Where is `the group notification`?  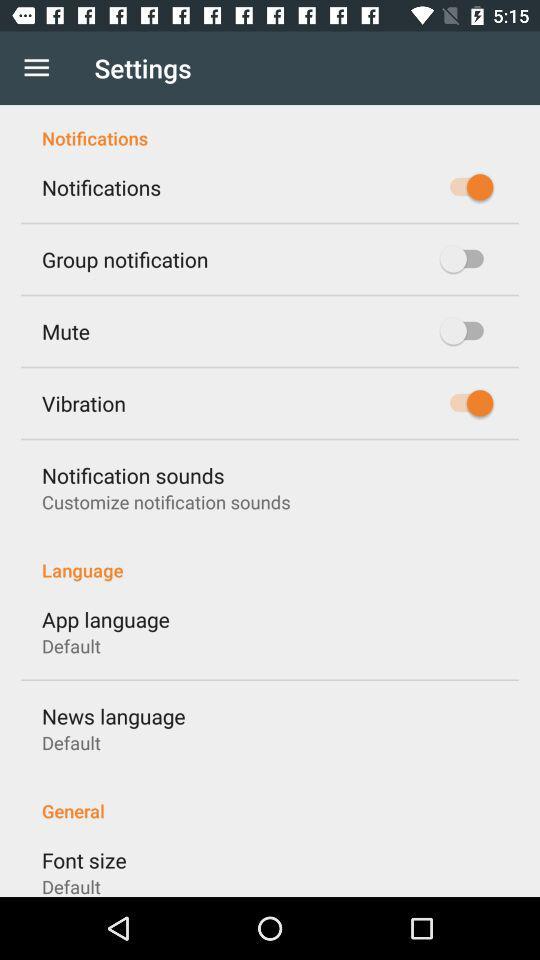
the group notification is located at coordinates (125, 258).